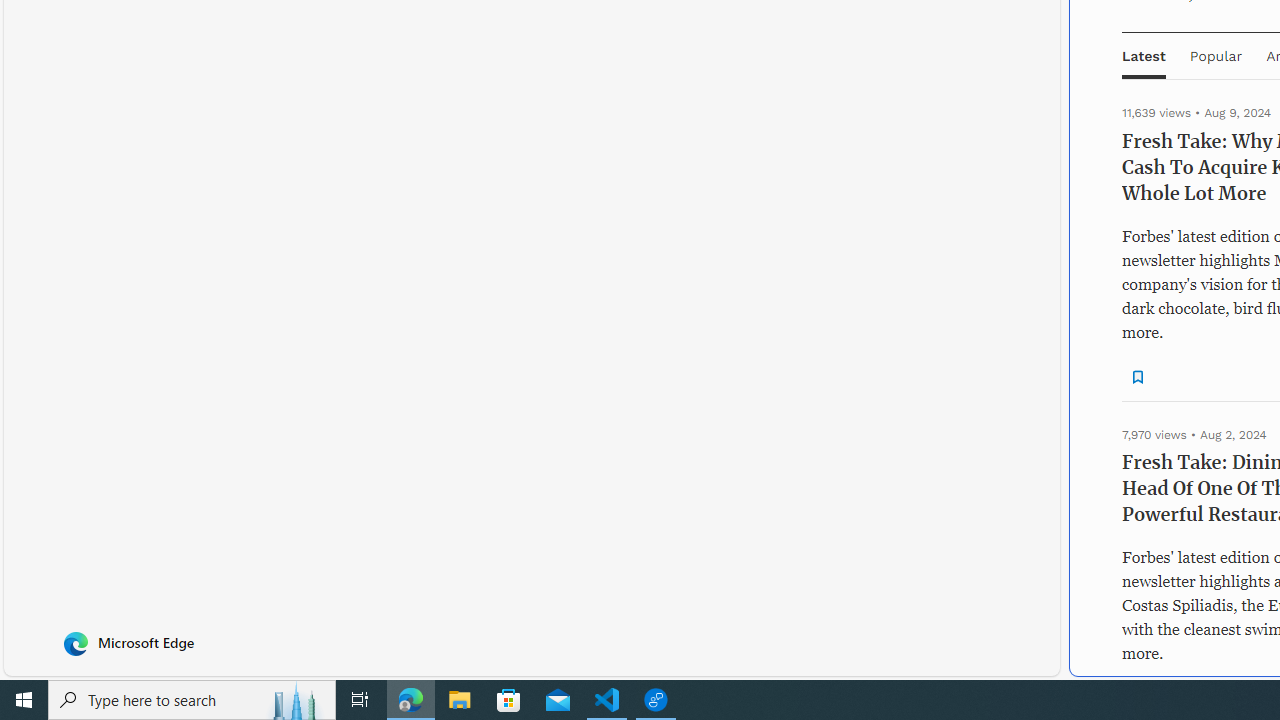  What do you see at coordinates (1215, 55) in the screenshot?
I see `'Popular'` at bounding box center [1215, 55].